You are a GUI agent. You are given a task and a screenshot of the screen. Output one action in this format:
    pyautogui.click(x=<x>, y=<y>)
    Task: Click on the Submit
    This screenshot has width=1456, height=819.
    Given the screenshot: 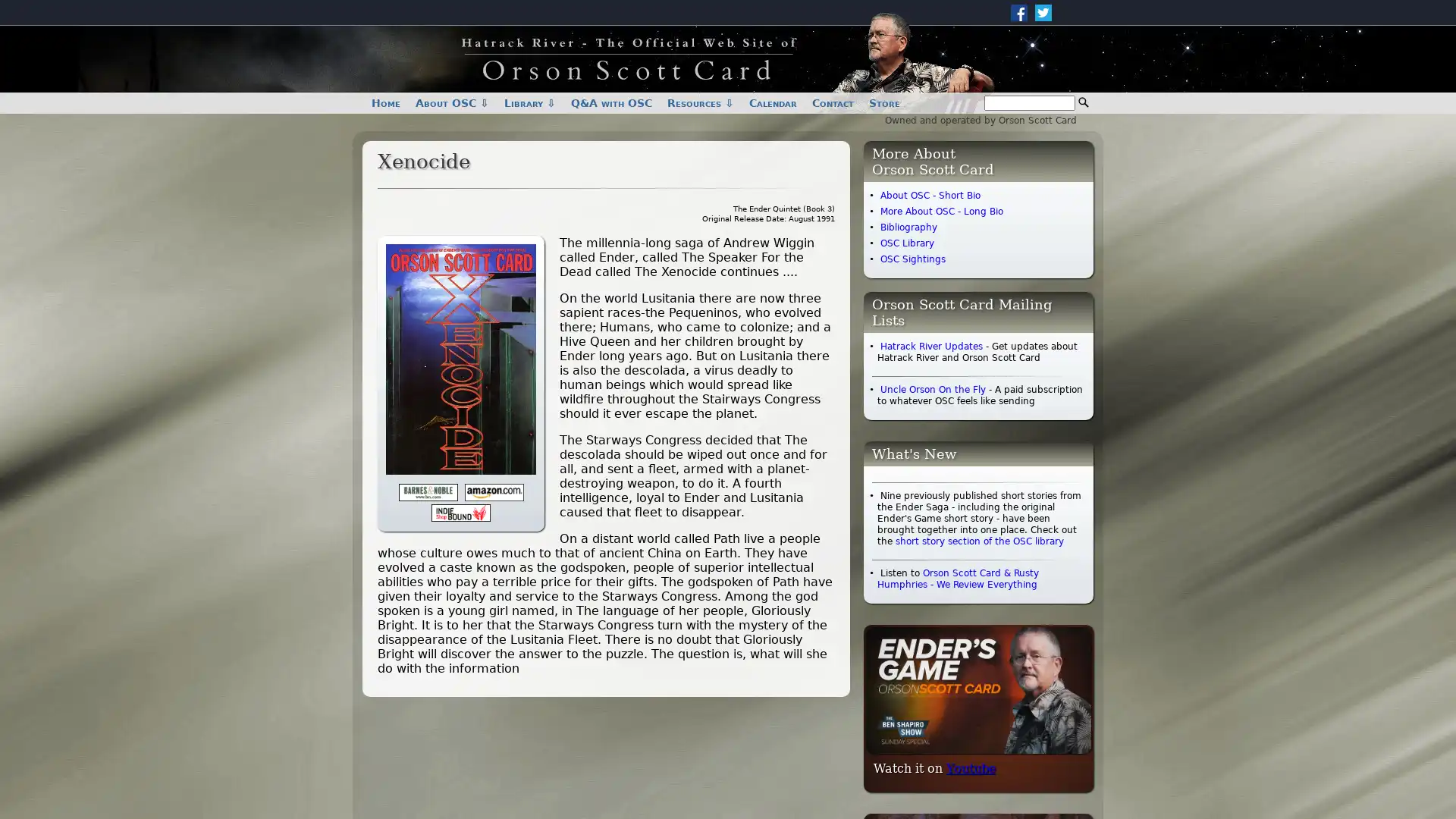 What is the action you would take?
    pyautogui.click(x=1083, y=102)
    